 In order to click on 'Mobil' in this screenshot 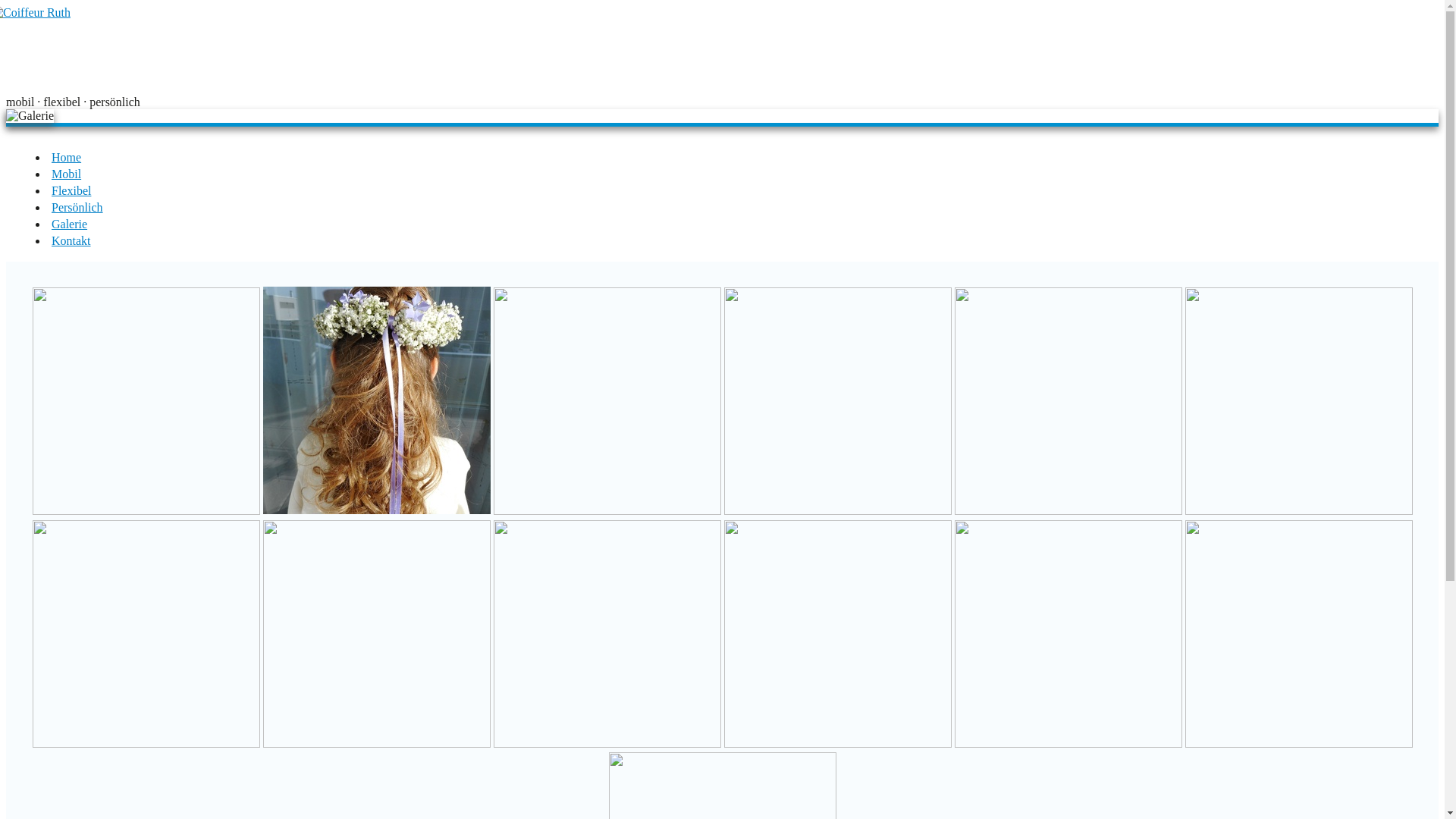, I will do `click(51, 173)`.